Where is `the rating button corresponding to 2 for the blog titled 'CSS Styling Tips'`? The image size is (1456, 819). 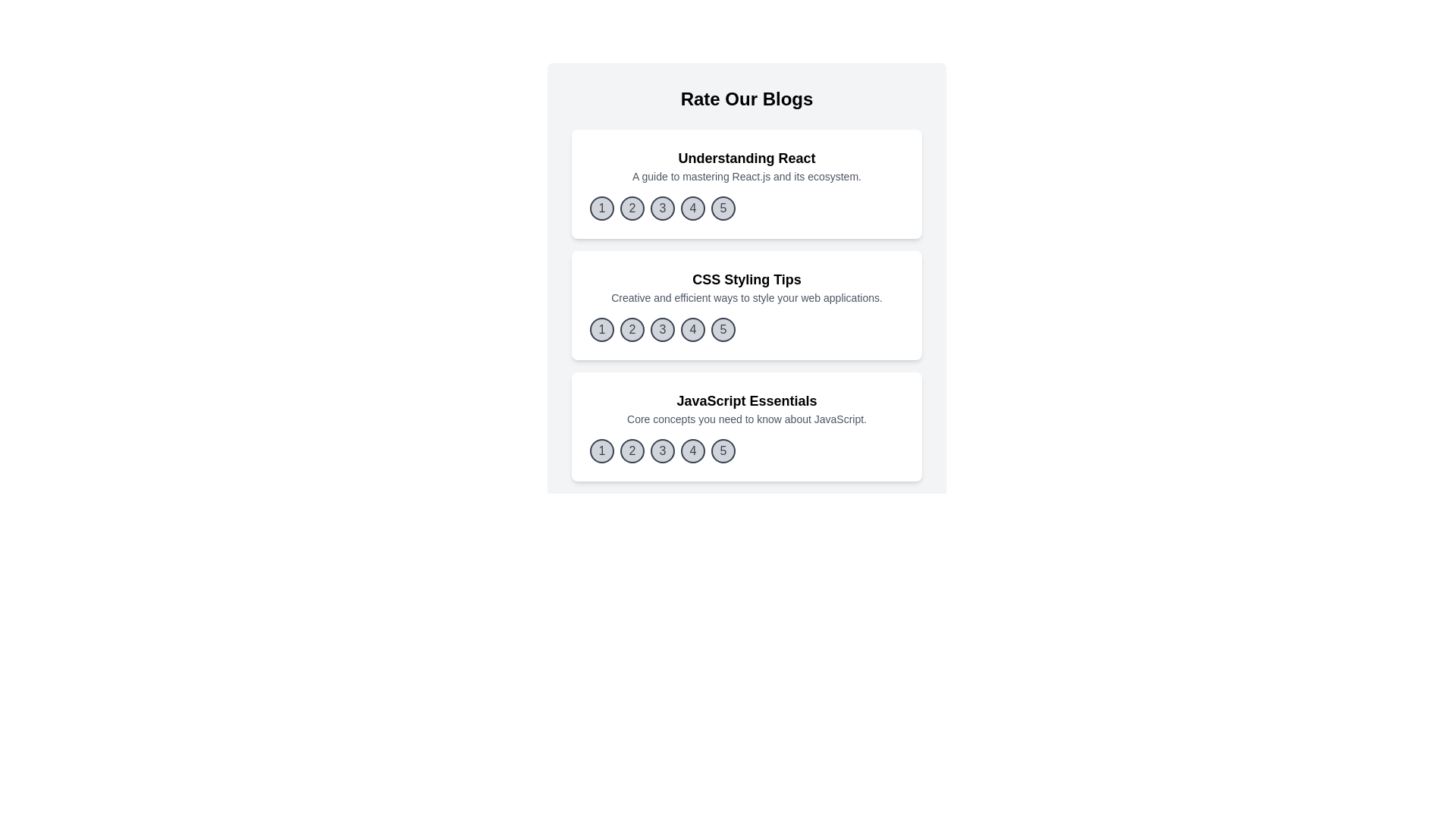
the rating button corresponding to 2 for the blog titled 'CSS Styling Tips' is located at coordinates (632, 329).